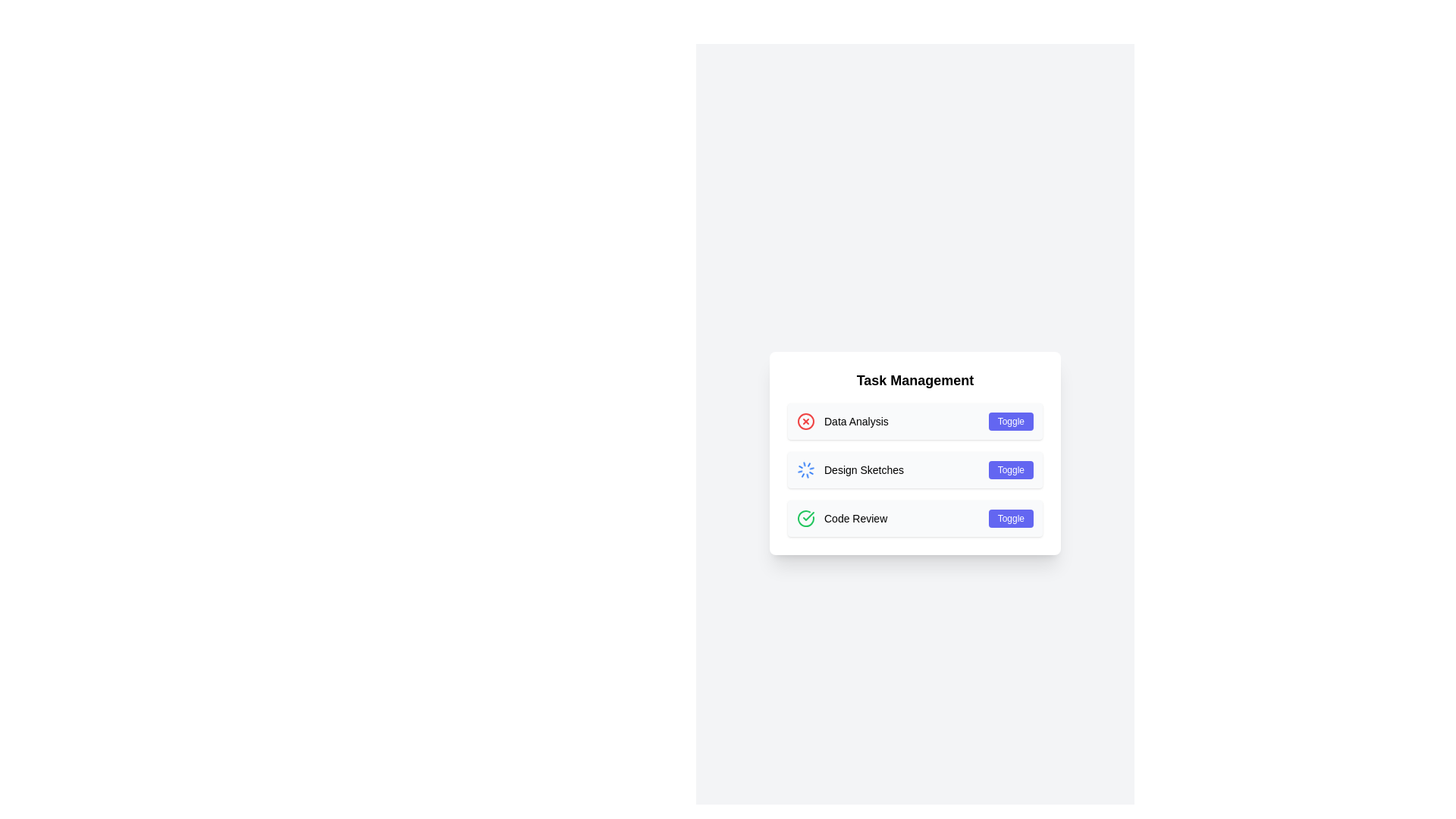 Image resolution: width=1456 pixels, height=819 pixels. Describe the element at coordinates (805, 469) in the screenshot. I see `the loading icon representing the progress state of the 'Design Sketches' task, located to the left of the text label within the second list item under 'Task Management'` at that location.